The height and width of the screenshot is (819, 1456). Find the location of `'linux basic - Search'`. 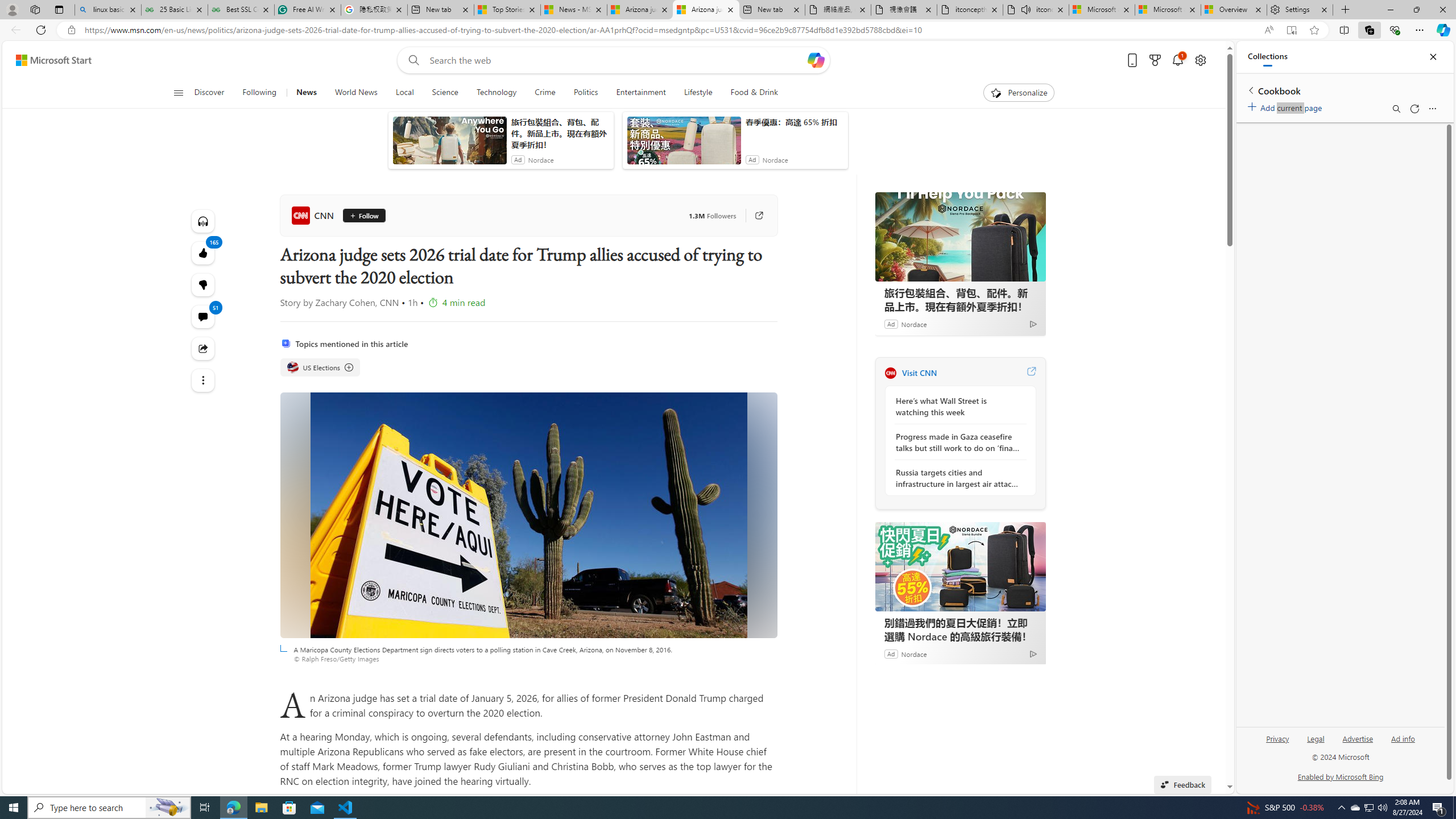

'linux basic - Search' is located at coordinates (107, 9).